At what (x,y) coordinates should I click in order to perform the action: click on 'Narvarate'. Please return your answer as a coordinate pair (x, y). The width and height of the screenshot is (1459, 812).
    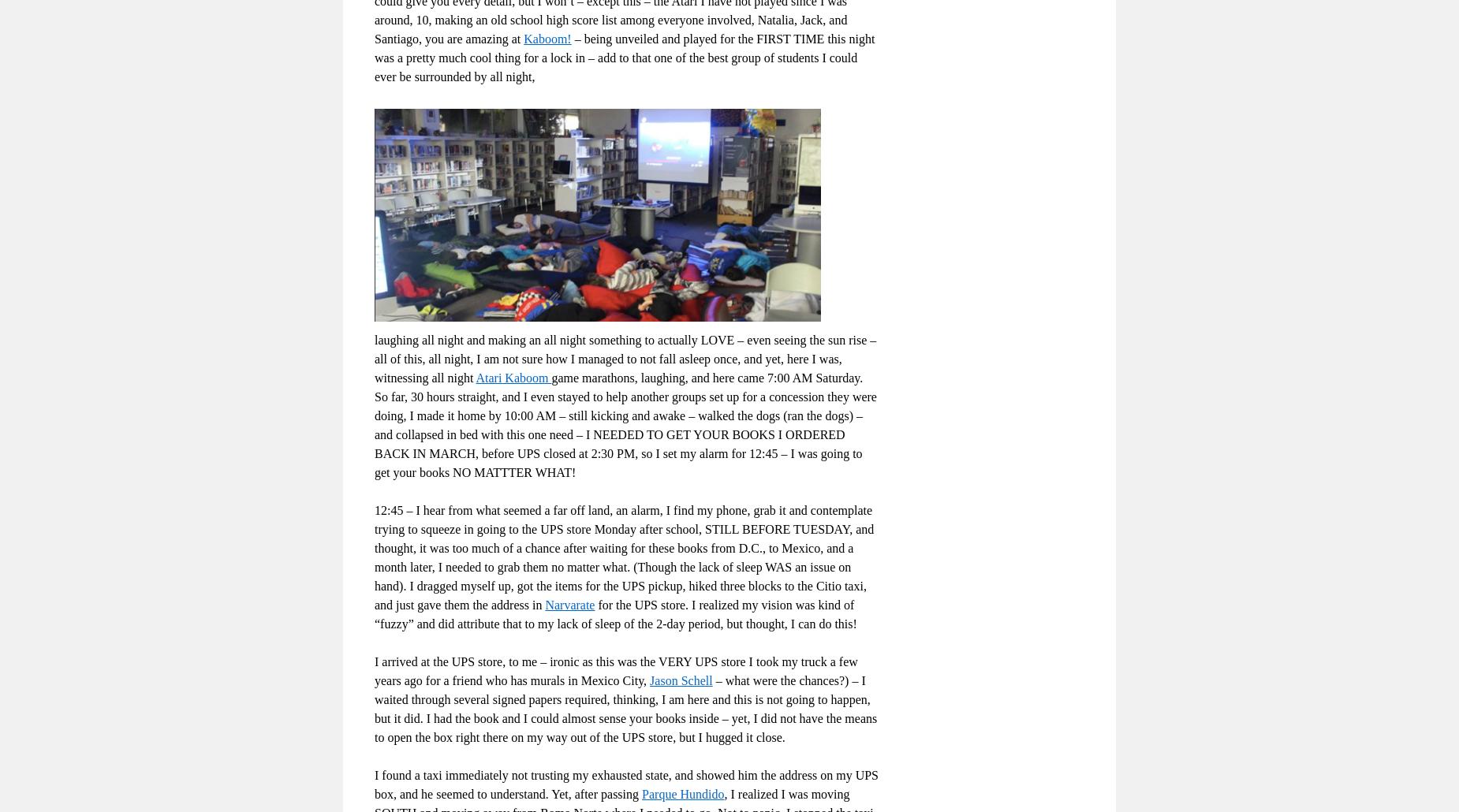
    Looking at the image, I should click on (569, 604).